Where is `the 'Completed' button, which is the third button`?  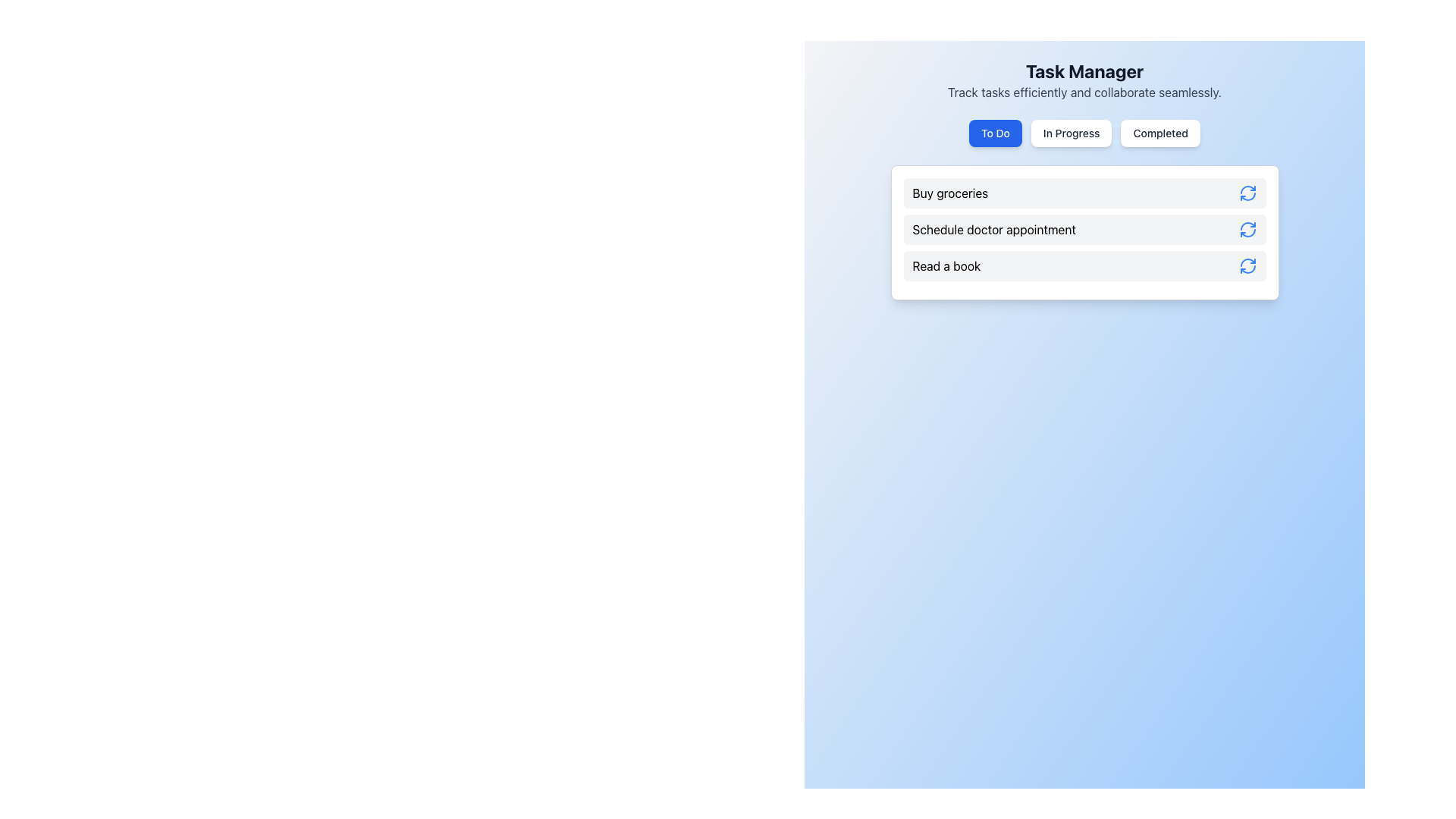
the 'Completed' button, which is the third button is located at coordinates (1159, 133).